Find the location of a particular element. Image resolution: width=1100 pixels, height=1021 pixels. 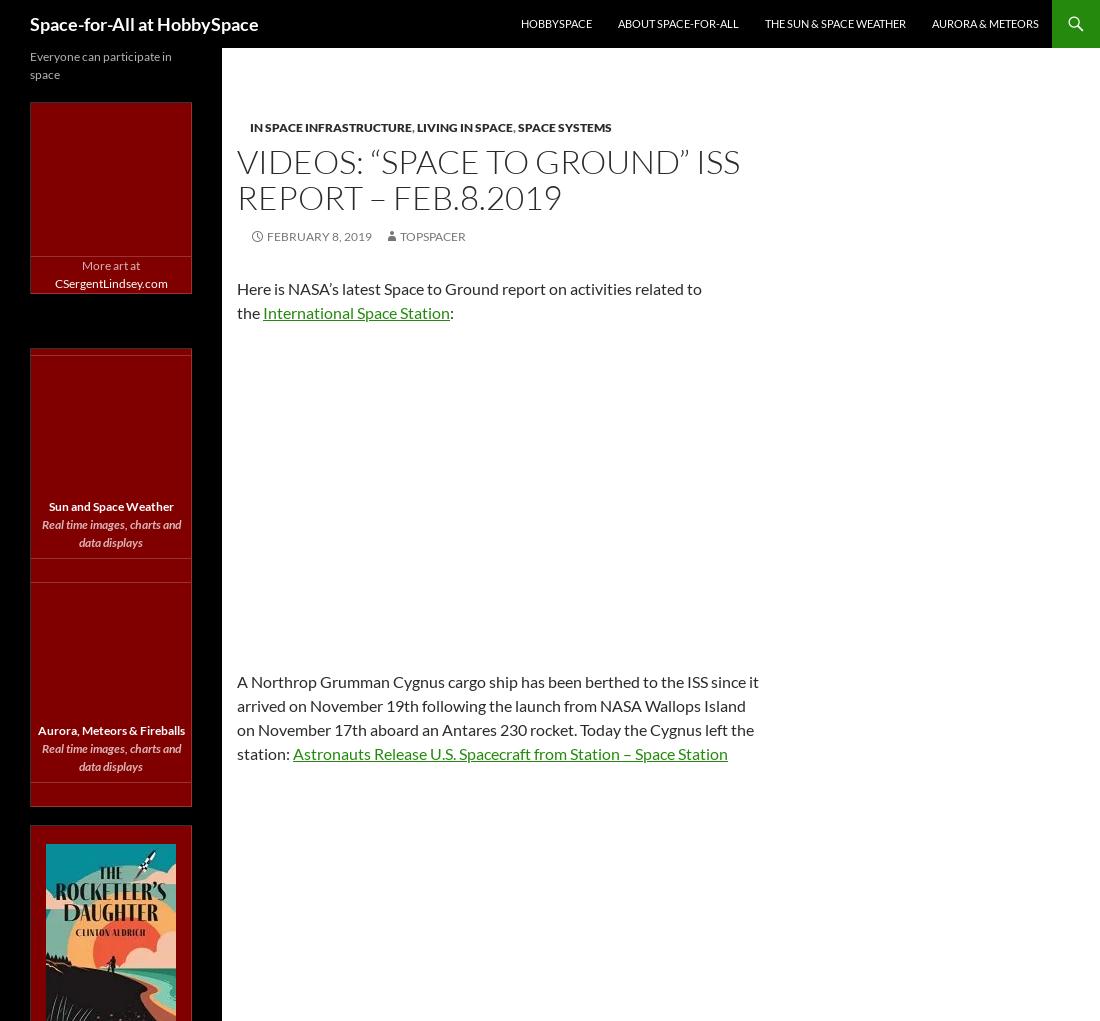

'February 8, 2019' is located at coordinates (318, 235).